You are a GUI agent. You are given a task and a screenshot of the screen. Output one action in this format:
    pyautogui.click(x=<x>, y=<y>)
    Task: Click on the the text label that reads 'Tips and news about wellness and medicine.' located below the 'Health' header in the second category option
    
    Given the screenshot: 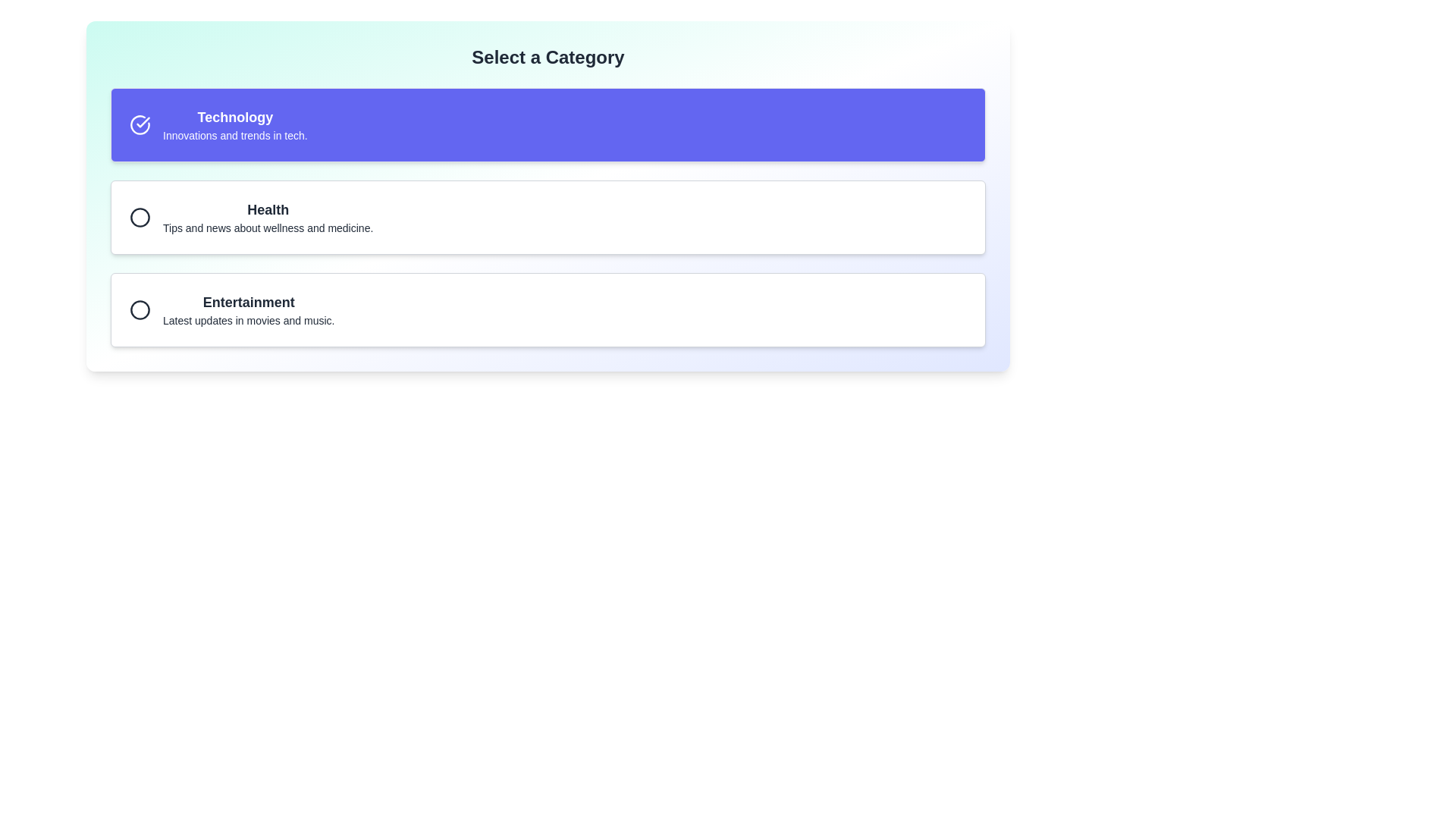 What is the action you would take?
    pyautogui.click(x=268, y=227)
    